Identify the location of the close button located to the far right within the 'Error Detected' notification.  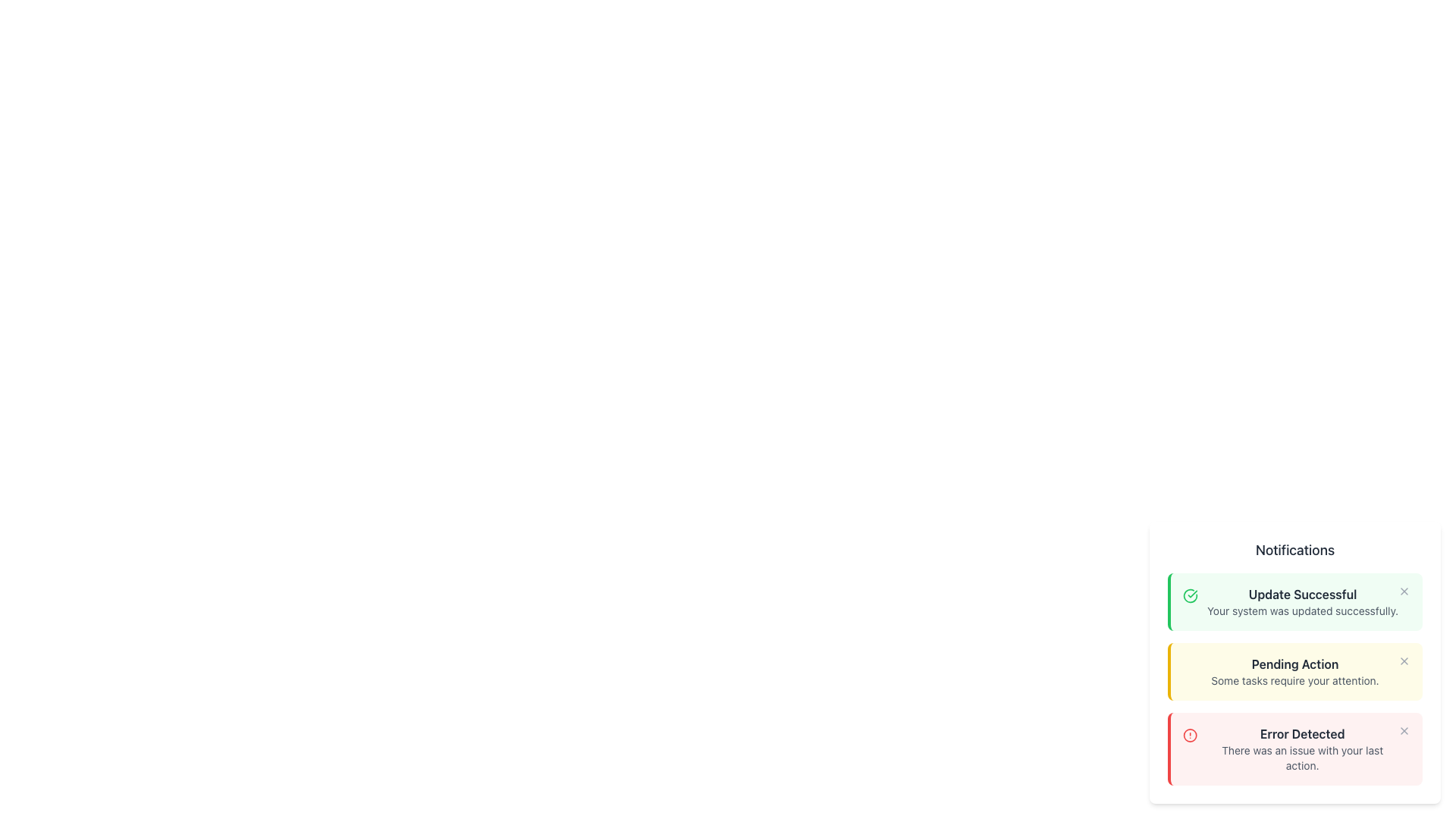
(1404, 730).